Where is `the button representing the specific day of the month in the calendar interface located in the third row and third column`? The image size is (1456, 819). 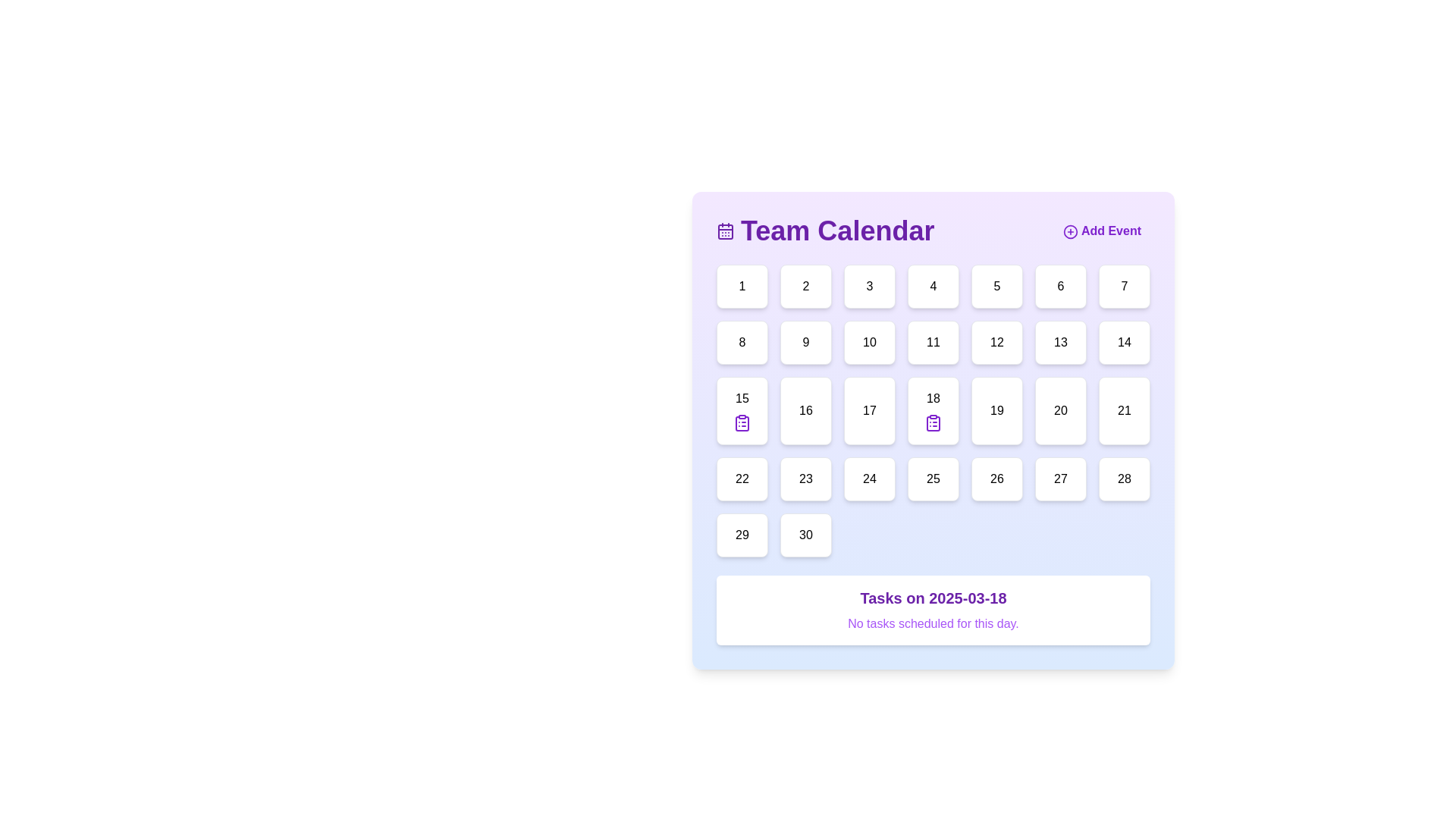
the button representing the specific day of the month in the calendar interface located in the third row and third column is located at coordinates (870, 411).